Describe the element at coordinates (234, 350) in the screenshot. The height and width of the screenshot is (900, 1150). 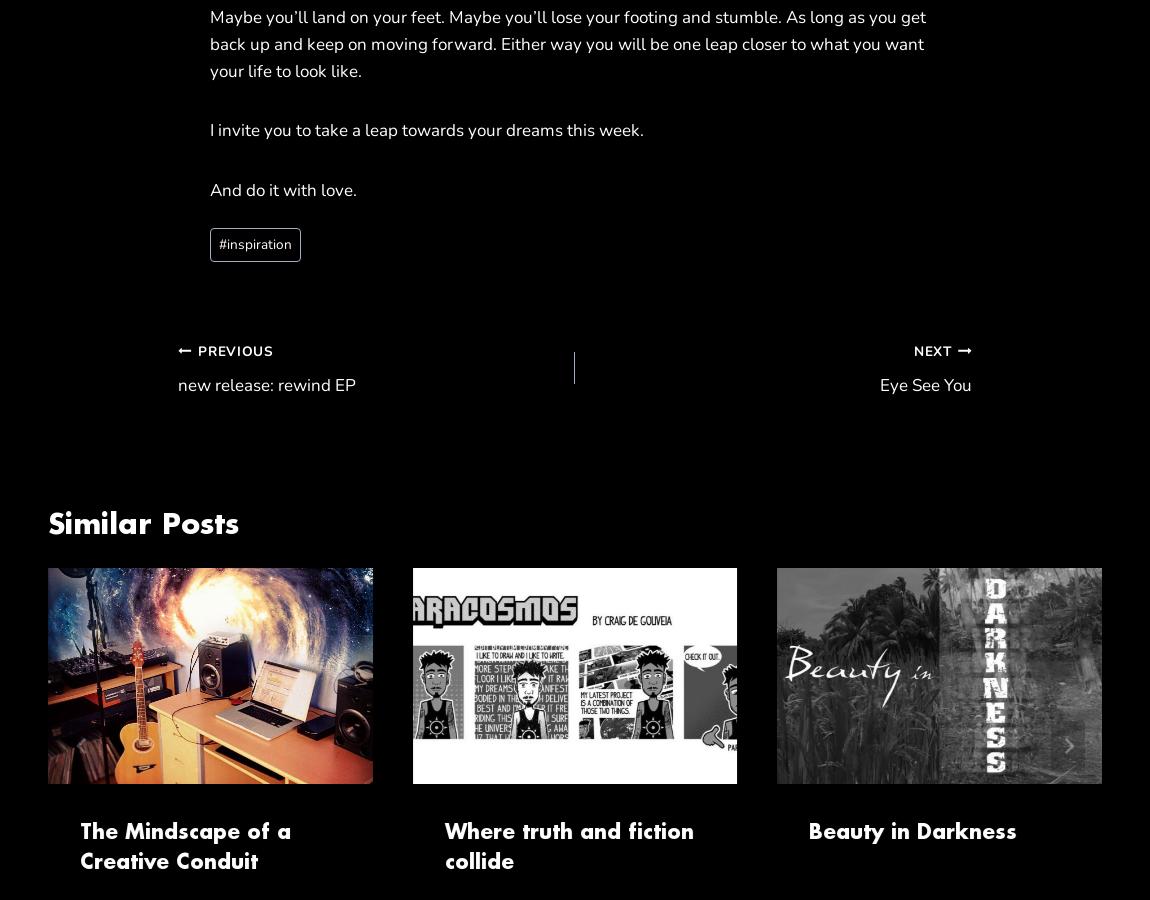
I see `'Previous'` at that location.